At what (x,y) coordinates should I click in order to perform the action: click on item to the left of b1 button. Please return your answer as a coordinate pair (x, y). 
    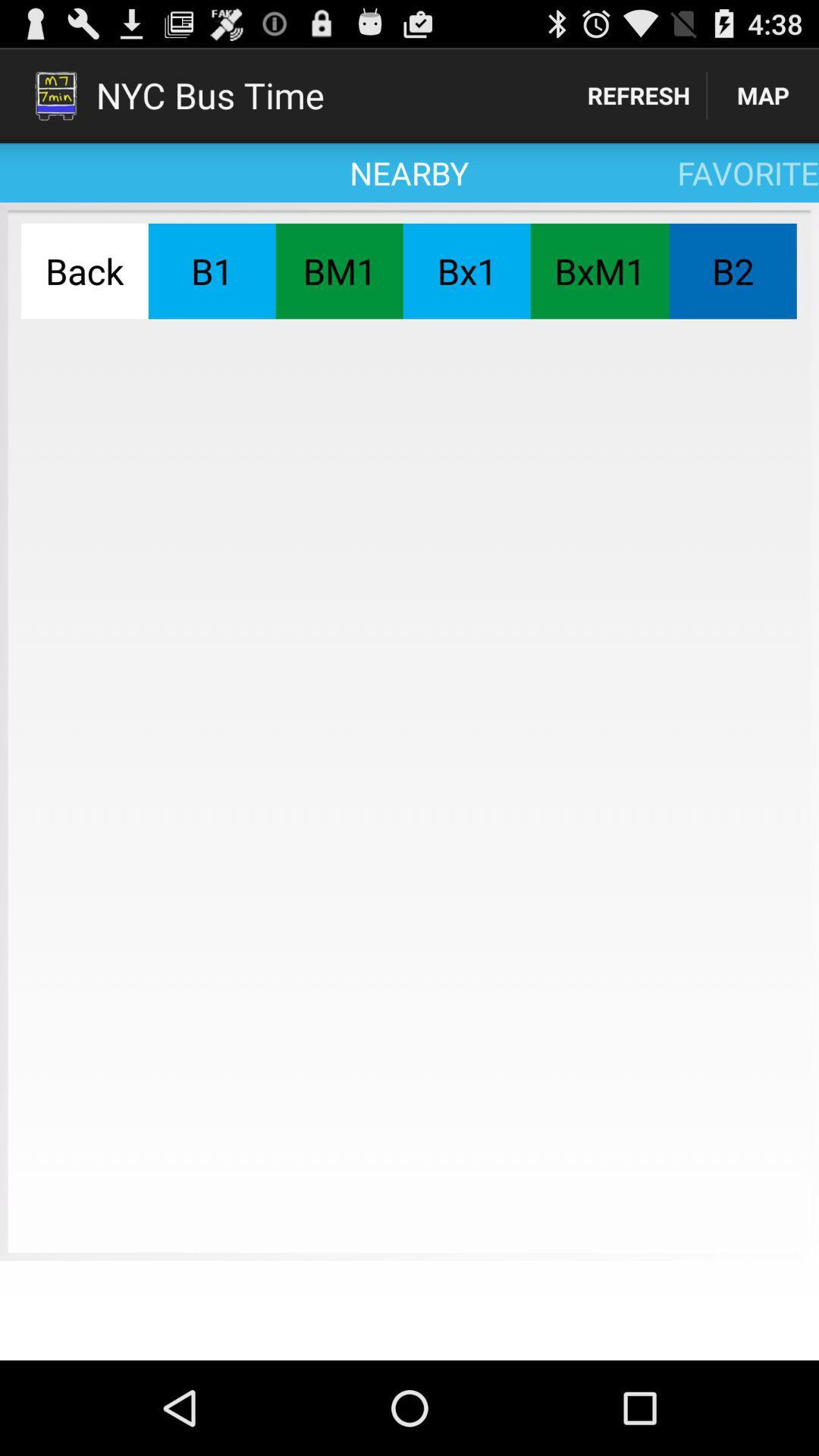
    Looking at the image, I should click on (84, 271).